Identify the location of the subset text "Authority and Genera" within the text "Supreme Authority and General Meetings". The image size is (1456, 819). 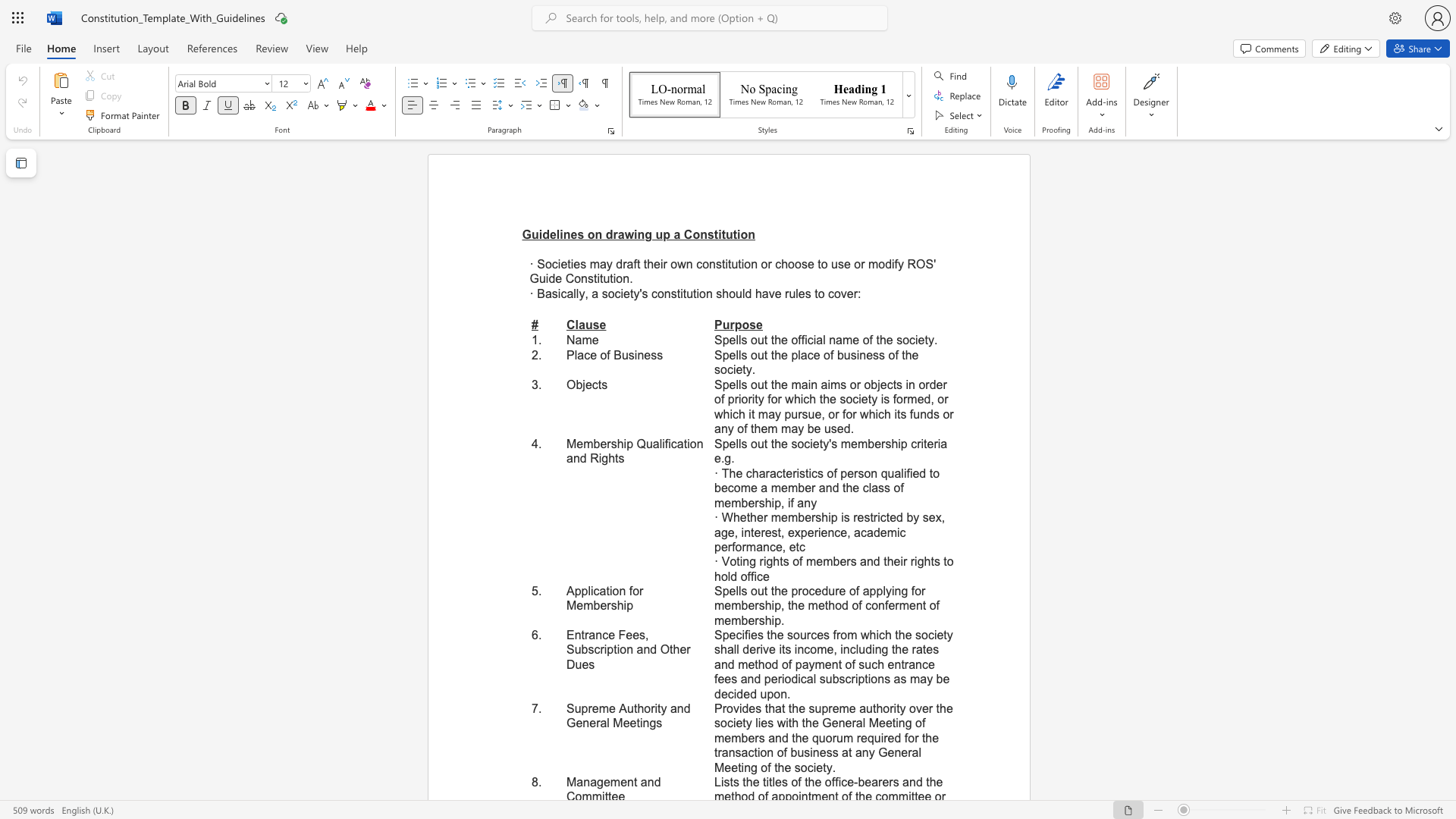
(619, 708).